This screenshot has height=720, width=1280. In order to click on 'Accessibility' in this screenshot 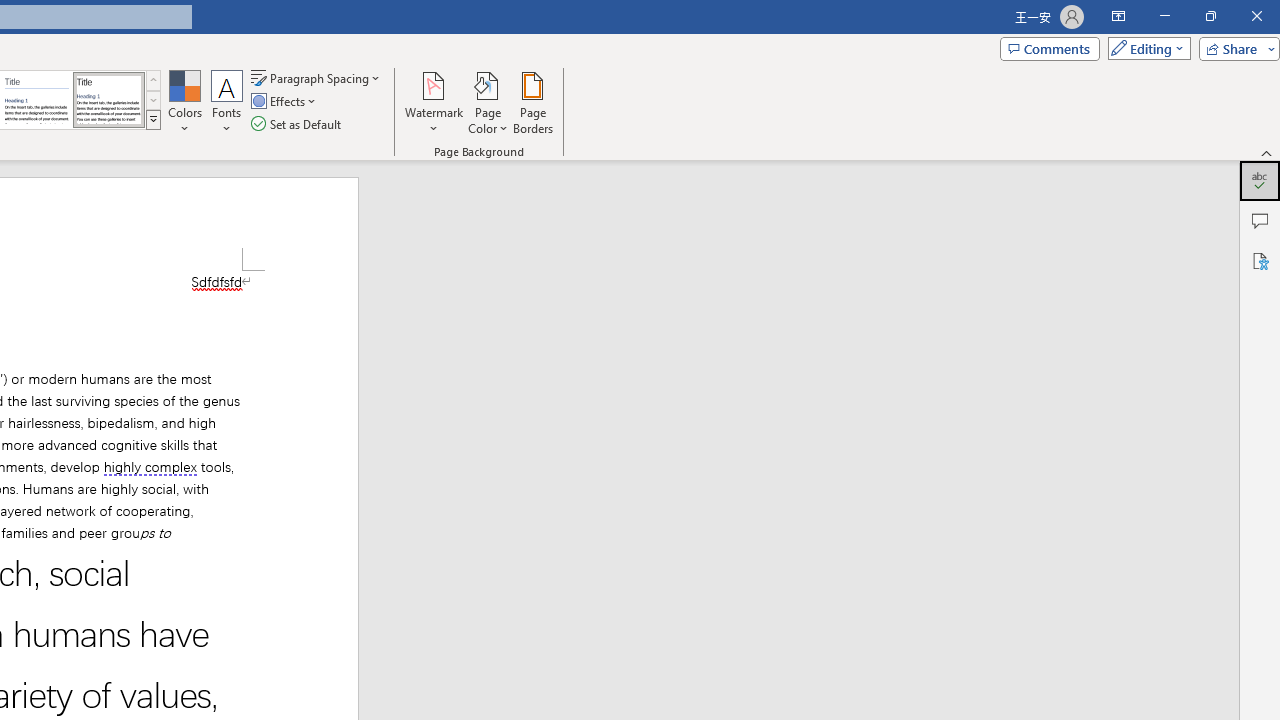, I will do `click(1259, 260)`.